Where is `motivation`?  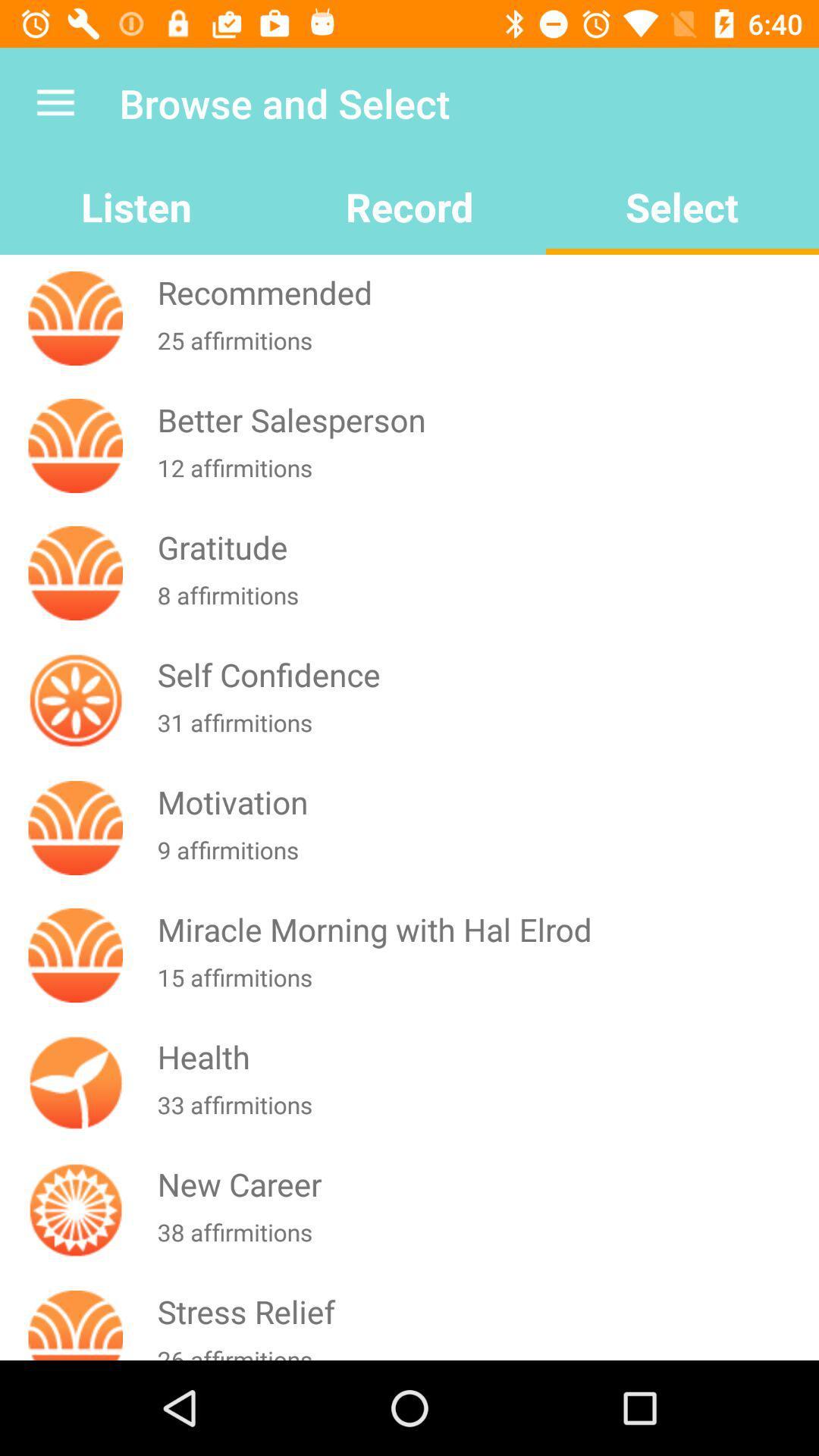
motivation is located at coordinates (485, 801).